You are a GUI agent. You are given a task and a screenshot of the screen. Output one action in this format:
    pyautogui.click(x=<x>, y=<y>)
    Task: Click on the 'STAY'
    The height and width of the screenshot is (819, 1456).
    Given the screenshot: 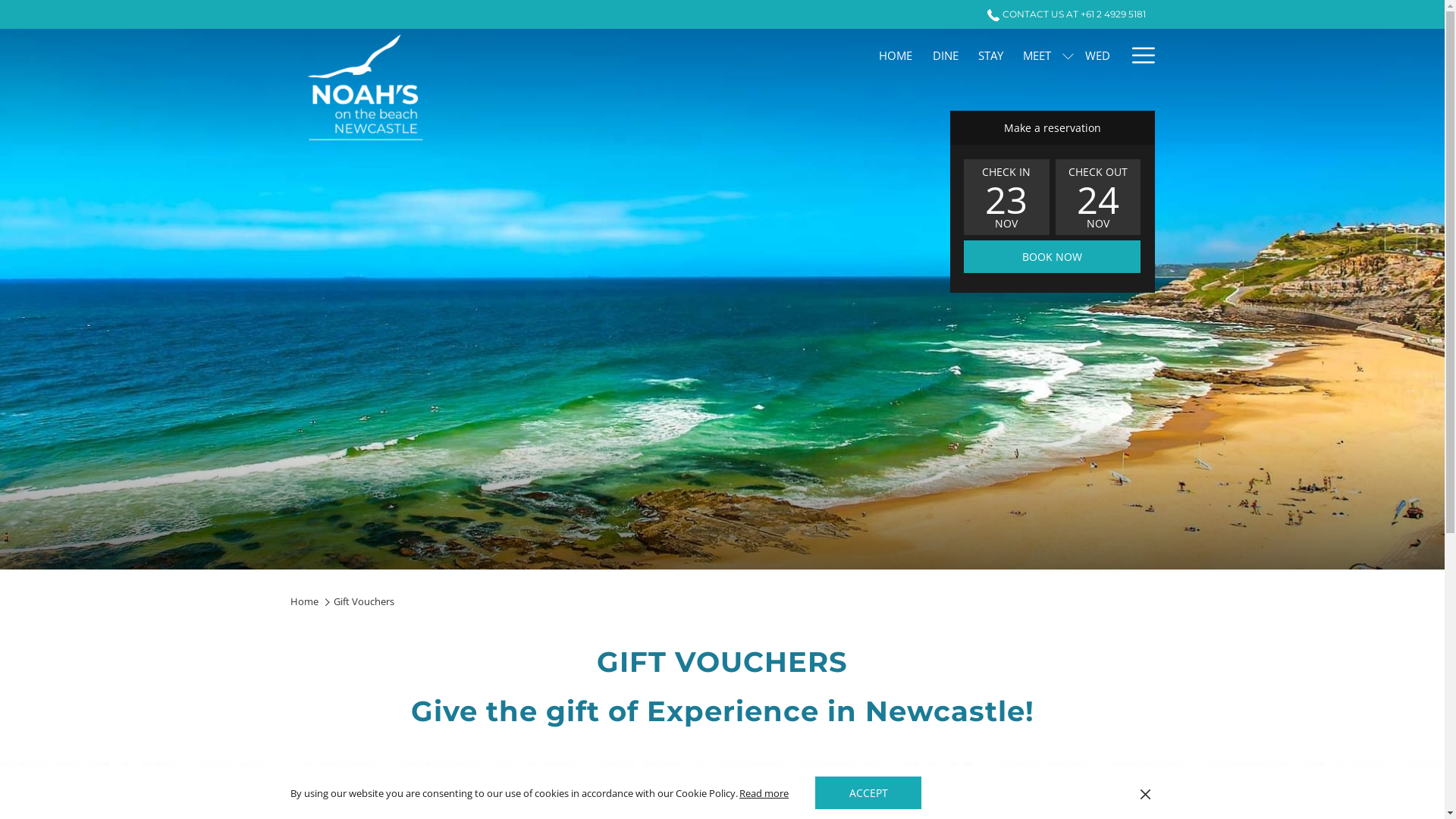 What is the action you would take?
    pyautogui.click(x=990, y=54)
    